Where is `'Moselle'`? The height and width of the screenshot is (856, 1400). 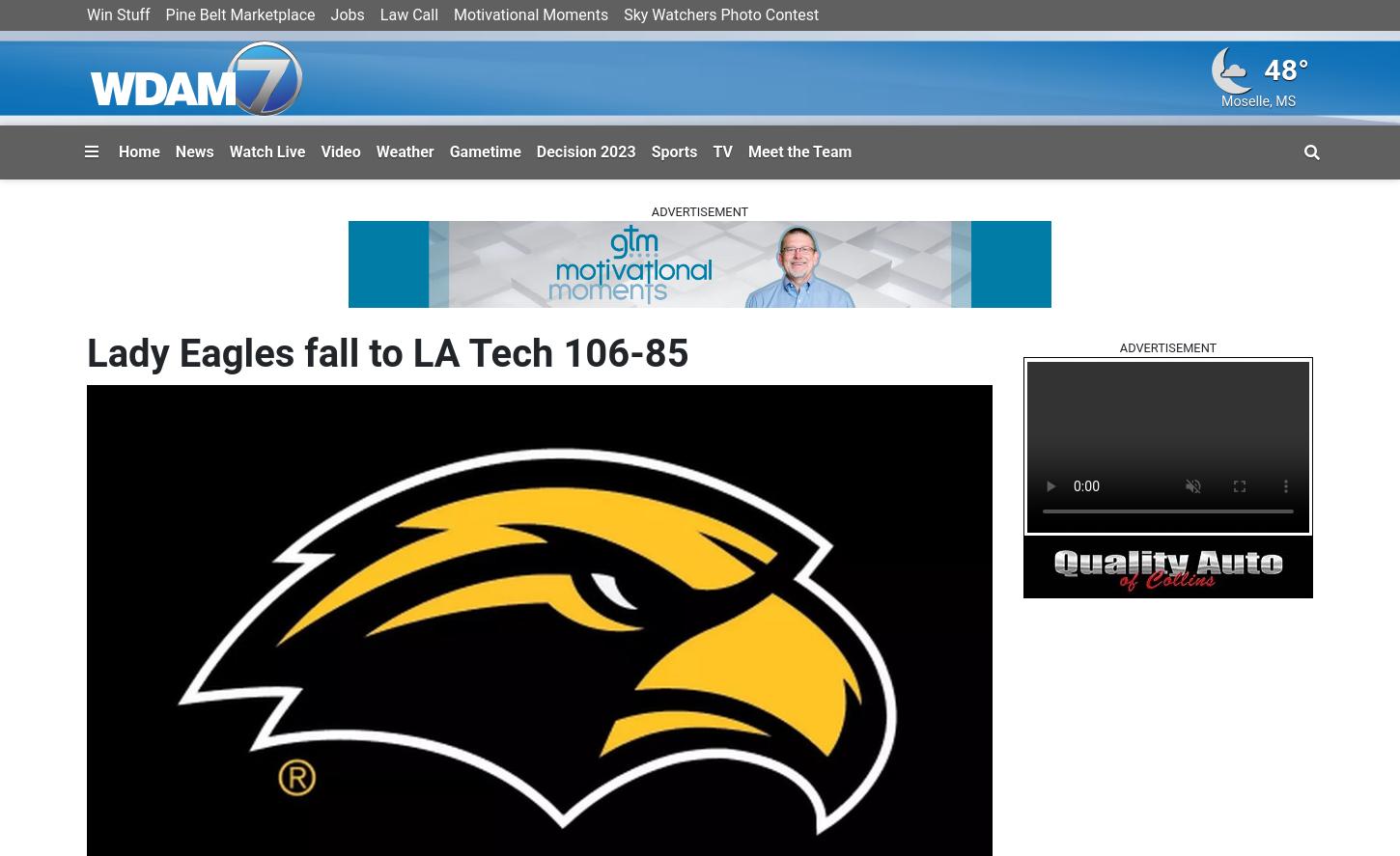
'Moselle' is located at coordinates (1246, 101).